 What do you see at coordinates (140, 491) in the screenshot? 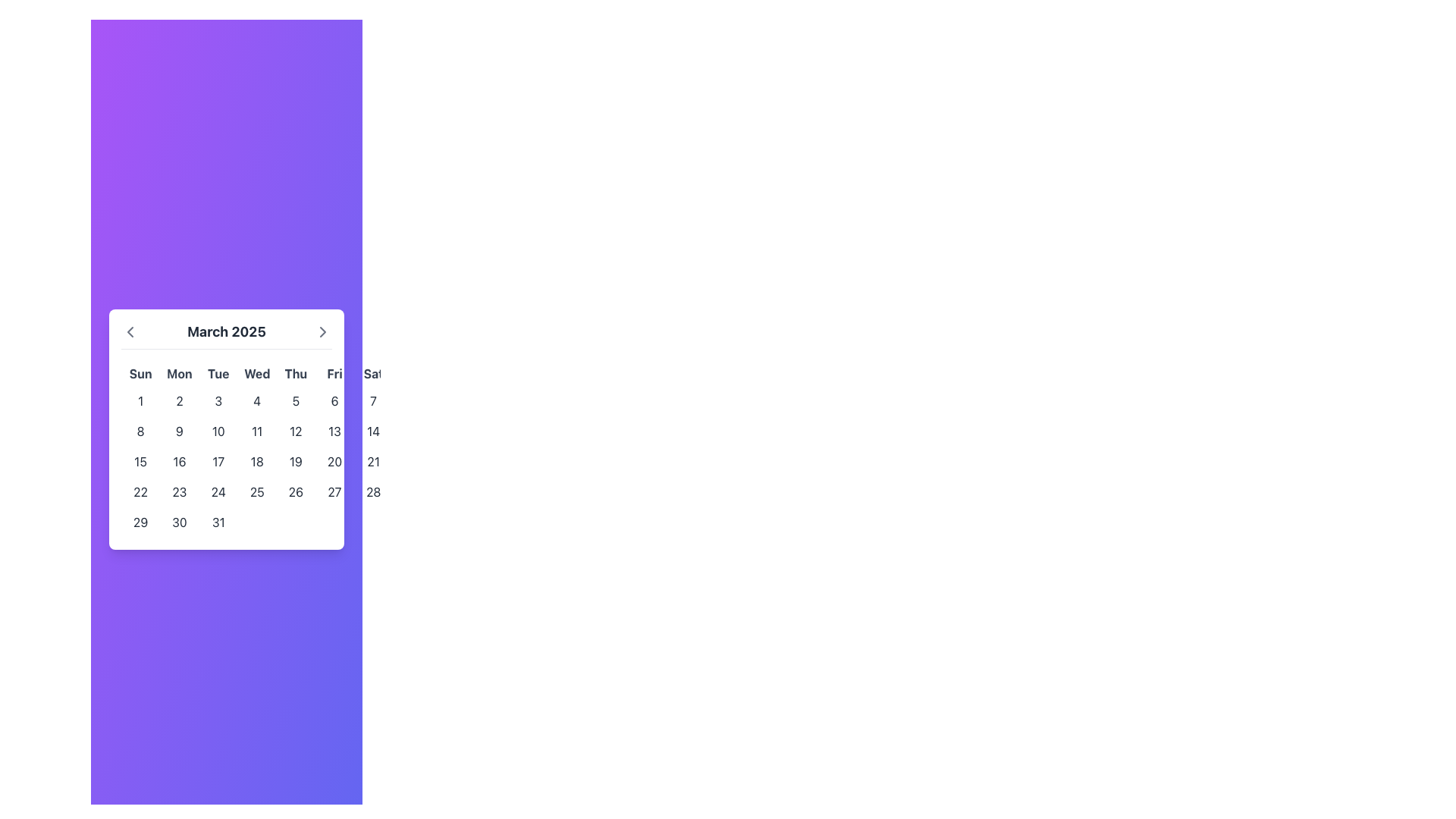
I see `the Calendar day tile with the number '22' that is the first element in a horizontally arranged group of numbers` at bounding box center [140, 491].